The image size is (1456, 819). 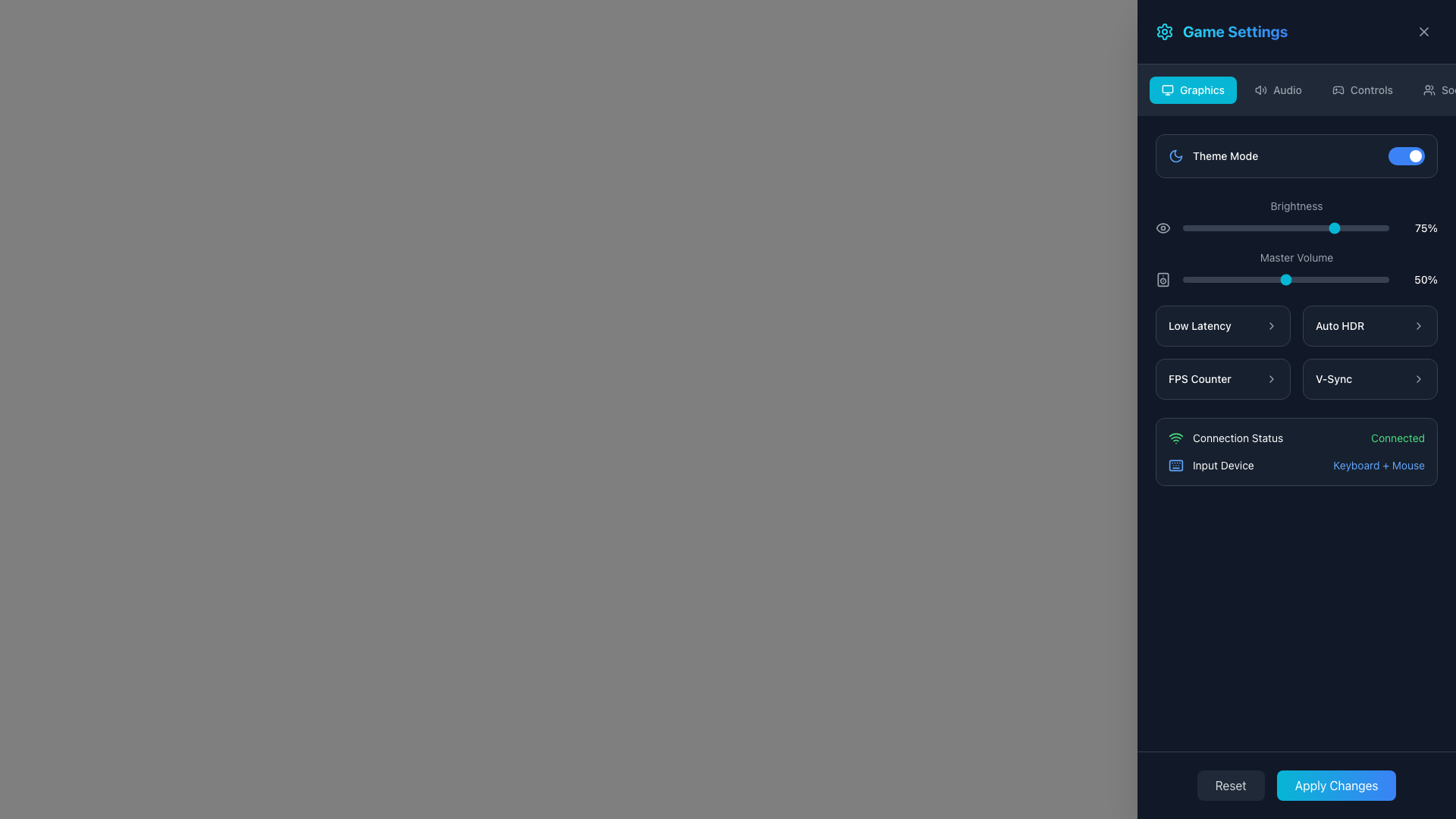 What do you see at coordinates (1381, 227) in the screenshot?
I see `the brightness` at bounding box center [1381, 227].